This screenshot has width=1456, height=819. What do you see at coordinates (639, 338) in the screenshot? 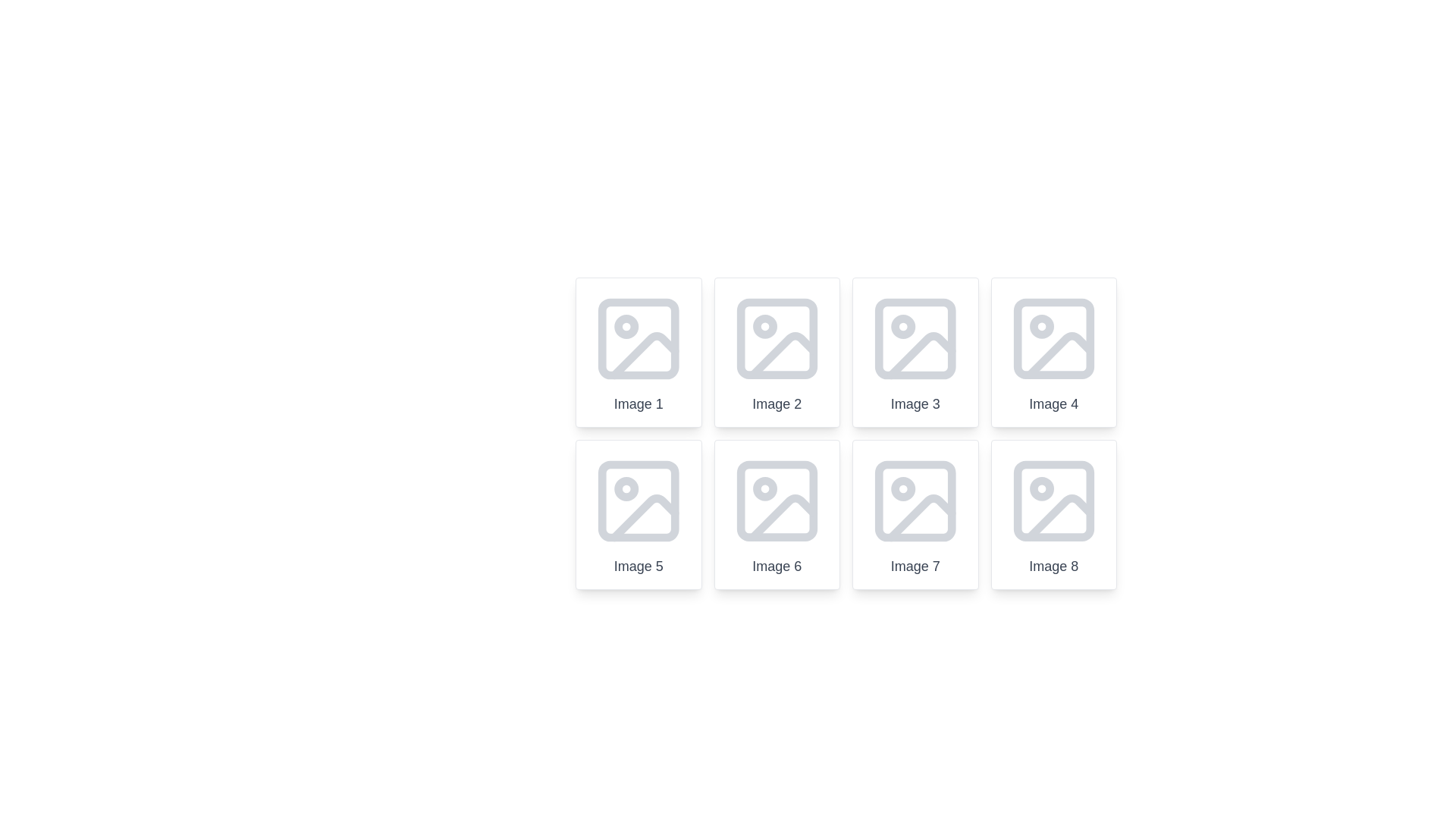
I see `the graphical square with rounded corners in the upper-left quadrant of the 'Image 1' placeholder` at bounding box center [639, 338].